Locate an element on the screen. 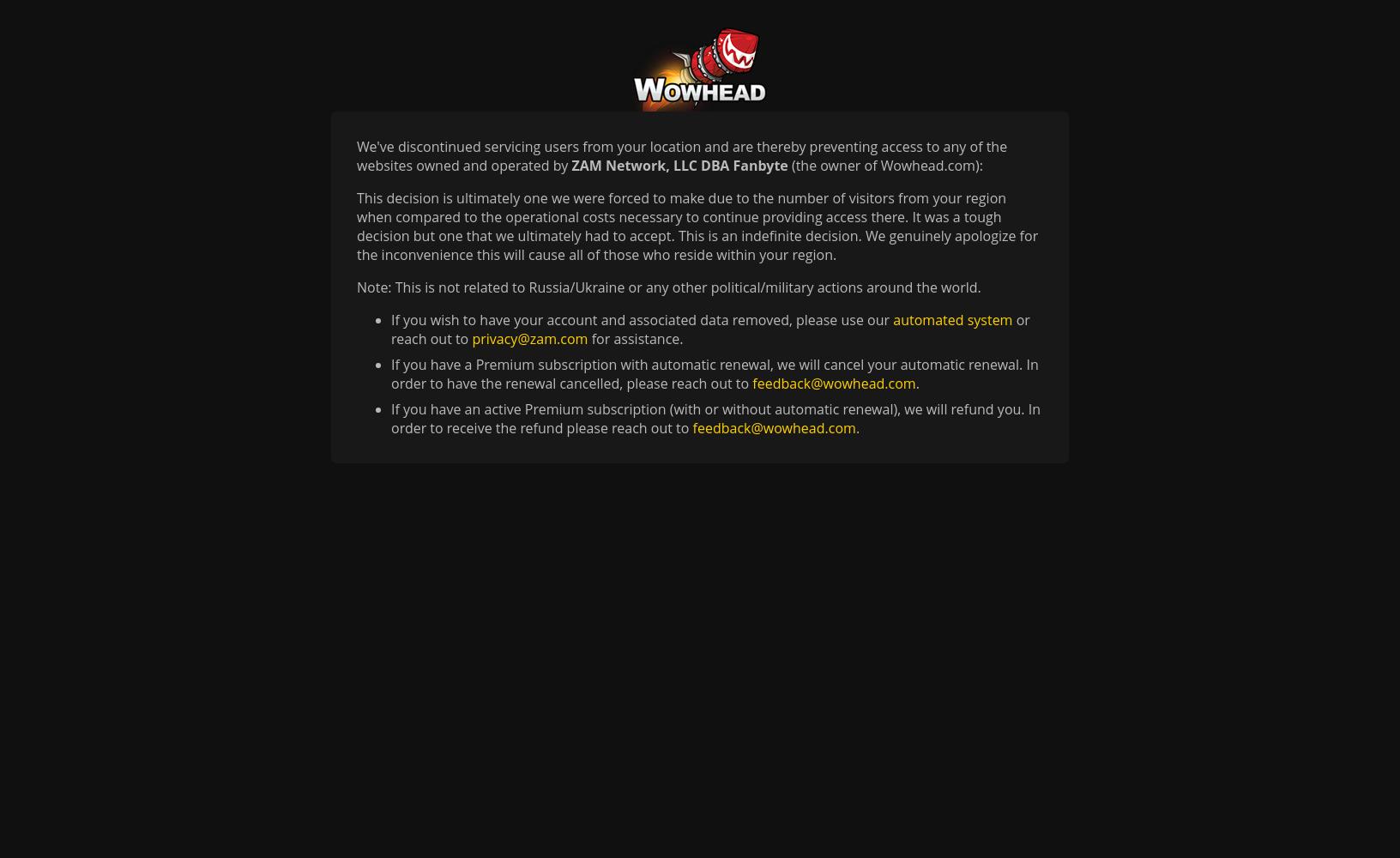 The image size is (1400, 858). 'If you have a Premium subscription with automatic renewal, we will cancel your automatic renewal. In order to have the renewal cancelled, please reach out to' is located at coordinates (713, 374).